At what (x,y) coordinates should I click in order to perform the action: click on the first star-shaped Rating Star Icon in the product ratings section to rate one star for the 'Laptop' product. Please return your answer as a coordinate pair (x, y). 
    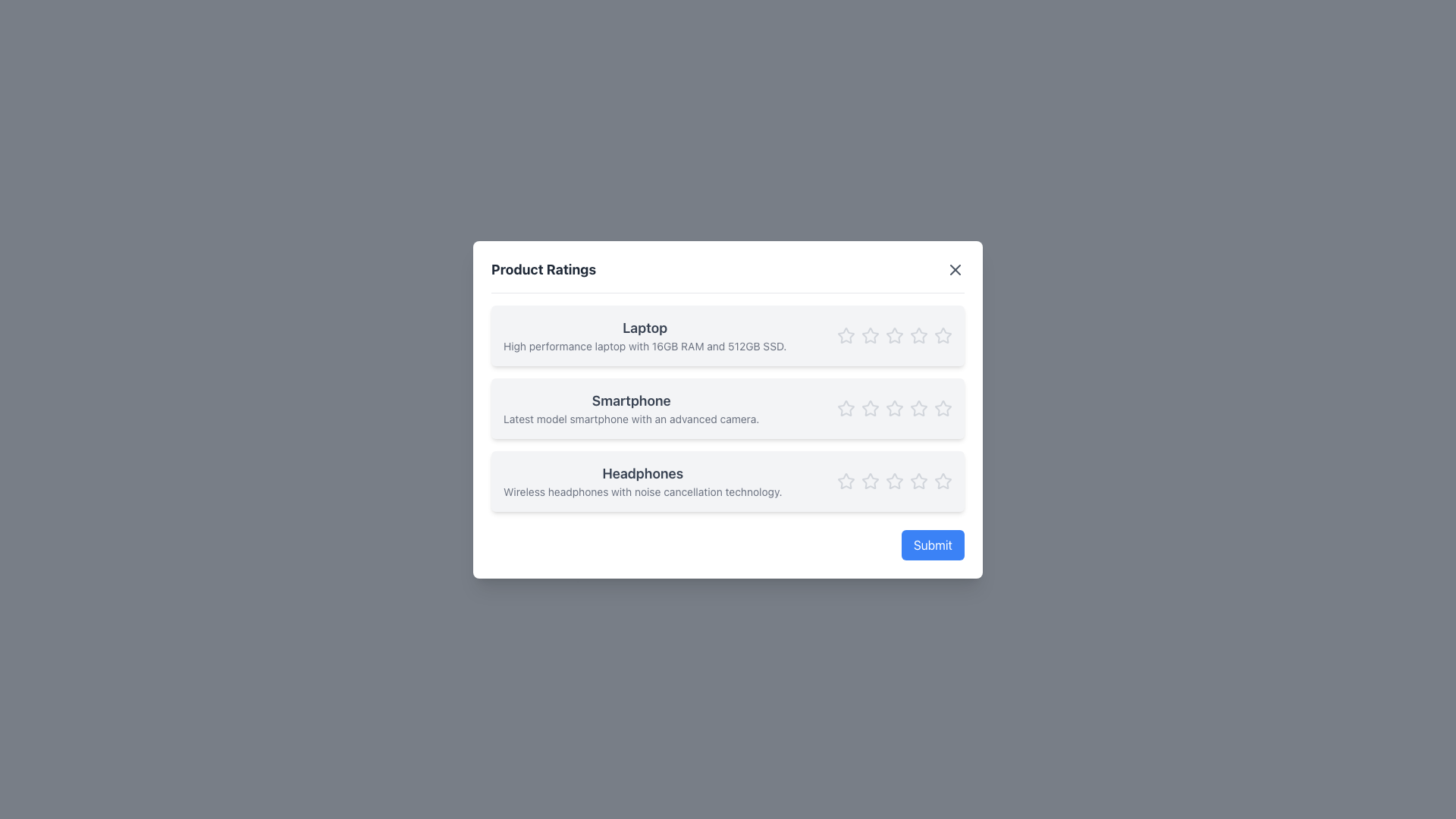
    Looking at the image, I should click on (846, 334).